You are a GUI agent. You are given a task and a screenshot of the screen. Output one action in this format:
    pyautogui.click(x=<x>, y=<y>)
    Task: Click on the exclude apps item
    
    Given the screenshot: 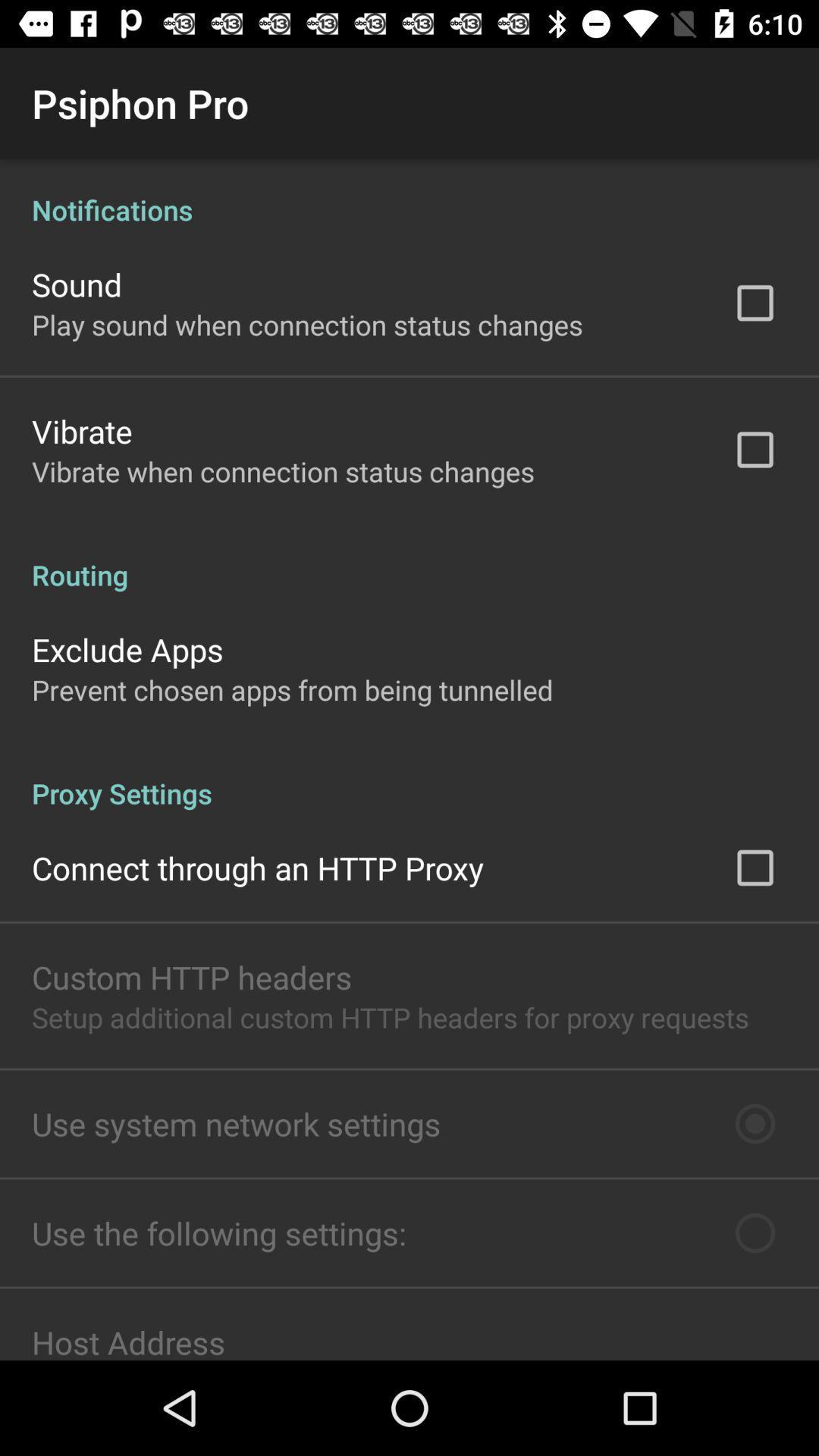 What is the action you would take?
    pyautogui.click(x=127, y=649)
    